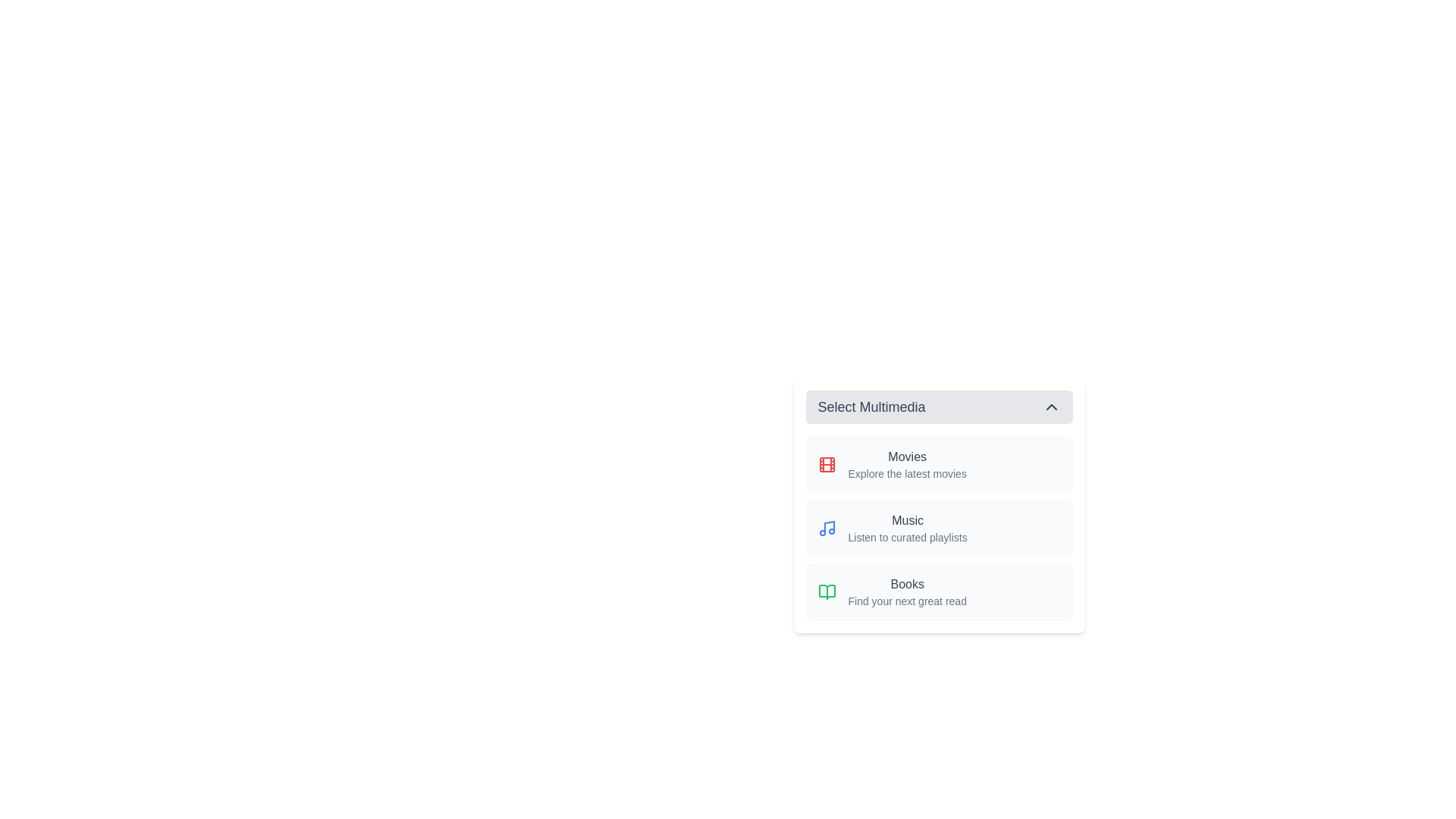  What do you see at coordinates (938, 591) in the screenshot?
I see `the 'Books' category selectable card, which is the third option in the vertical list of multimedia categories, to trigger a visual hover effect` at bounding box center [938, 591].